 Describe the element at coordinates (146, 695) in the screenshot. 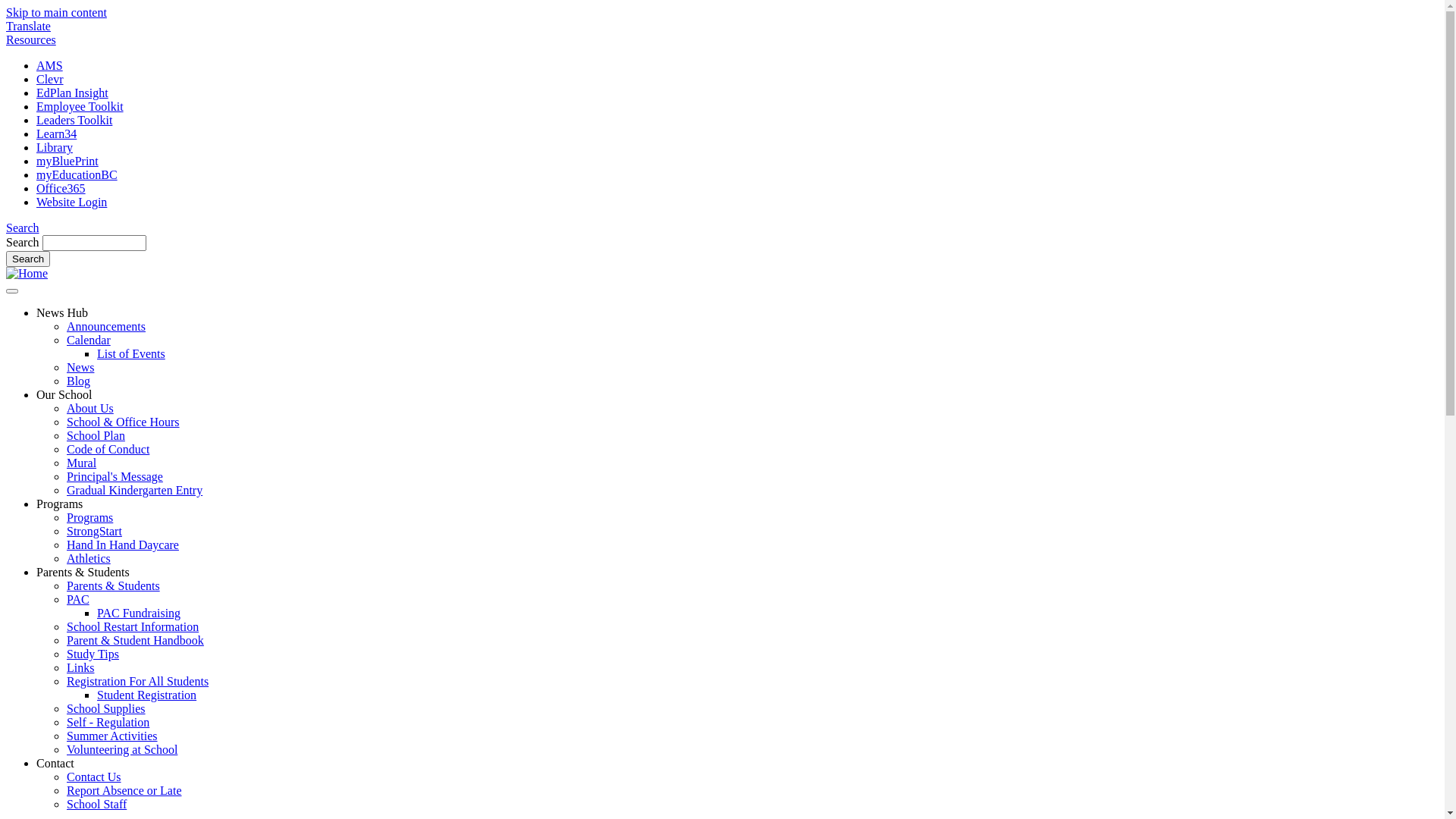

I see `'Student Registration'` at that location.